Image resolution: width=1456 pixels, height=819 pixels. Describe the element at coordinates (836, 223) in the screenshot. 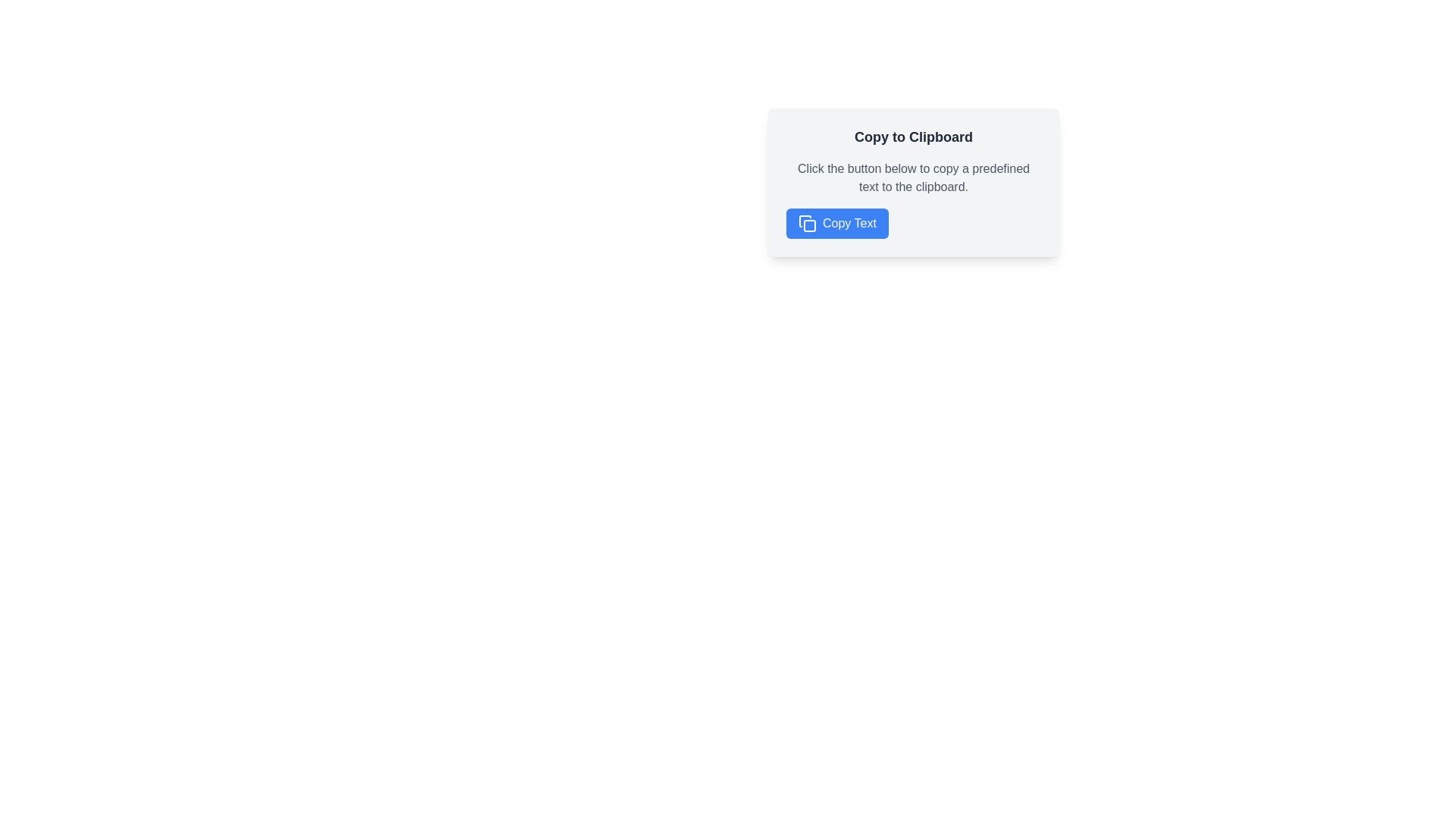

I see `the 'Copy to Clipboard' button located at the bottom center of the card` at that location.